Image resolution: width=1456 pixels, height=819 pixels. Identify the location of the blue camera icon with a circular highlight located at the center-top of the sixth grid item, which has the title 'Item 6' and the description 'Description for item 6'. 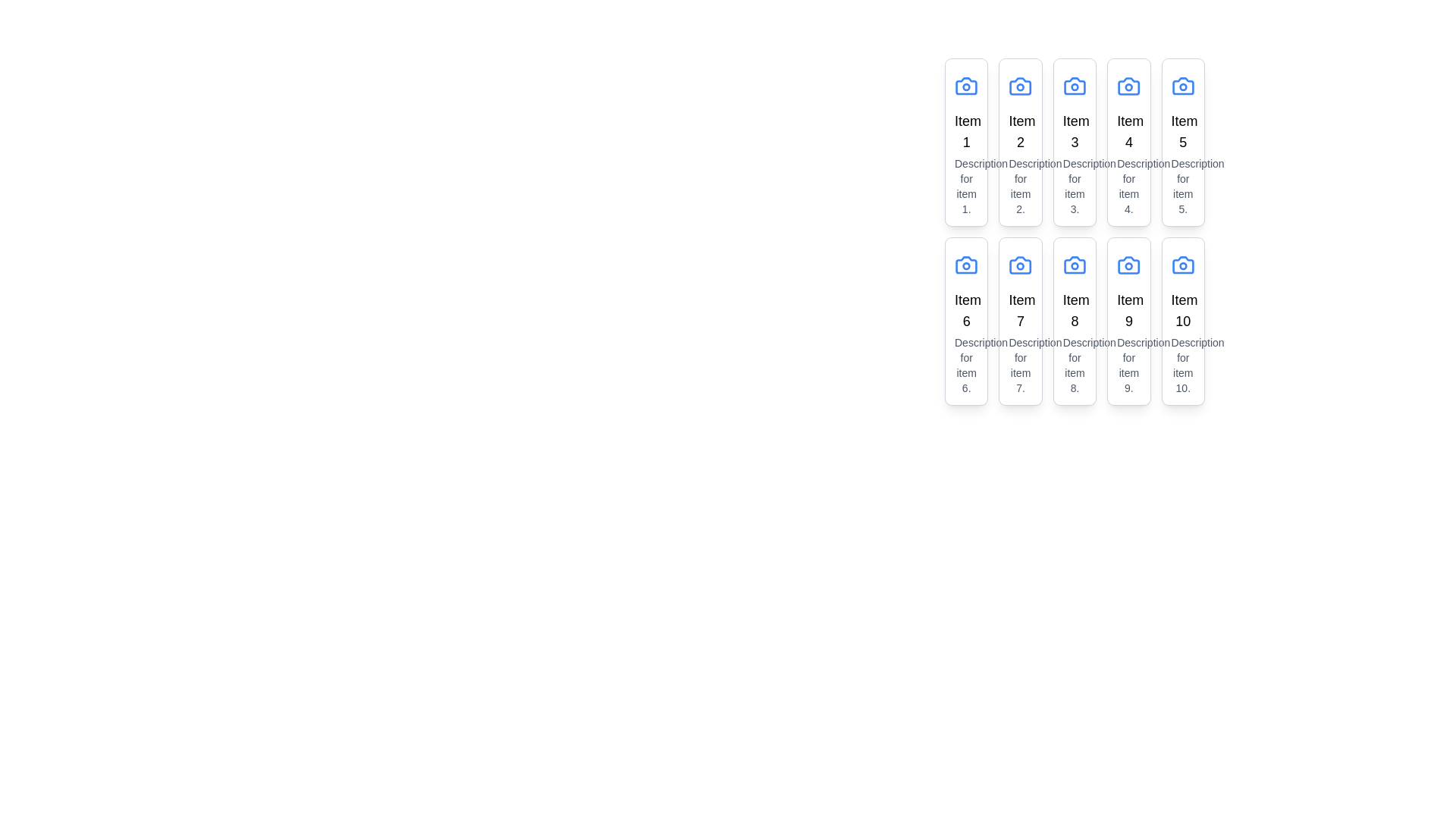
(965, 265).